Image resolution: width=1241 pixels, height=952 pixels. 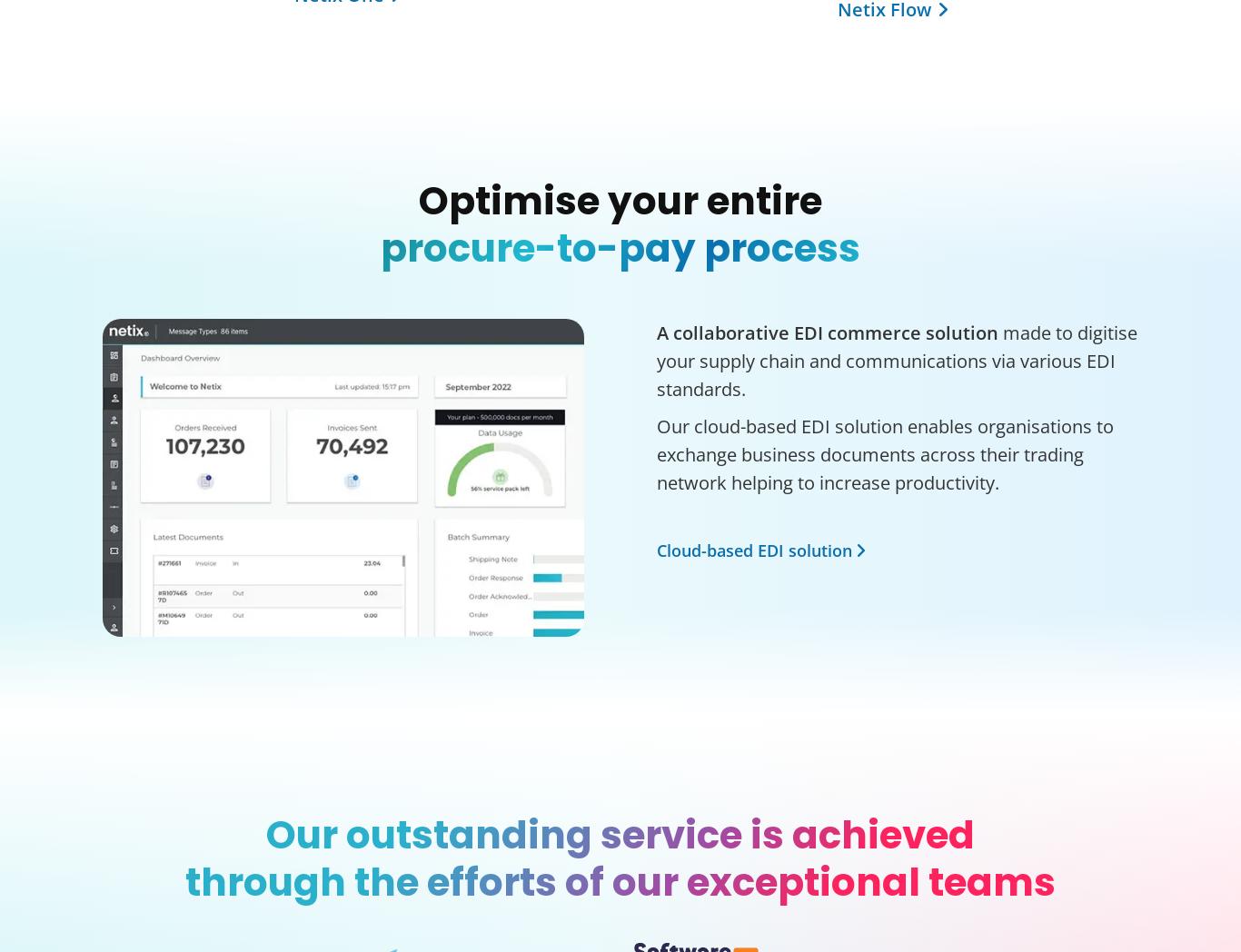 I want to click on 'United Kingdom', so click(x=151, y=328).